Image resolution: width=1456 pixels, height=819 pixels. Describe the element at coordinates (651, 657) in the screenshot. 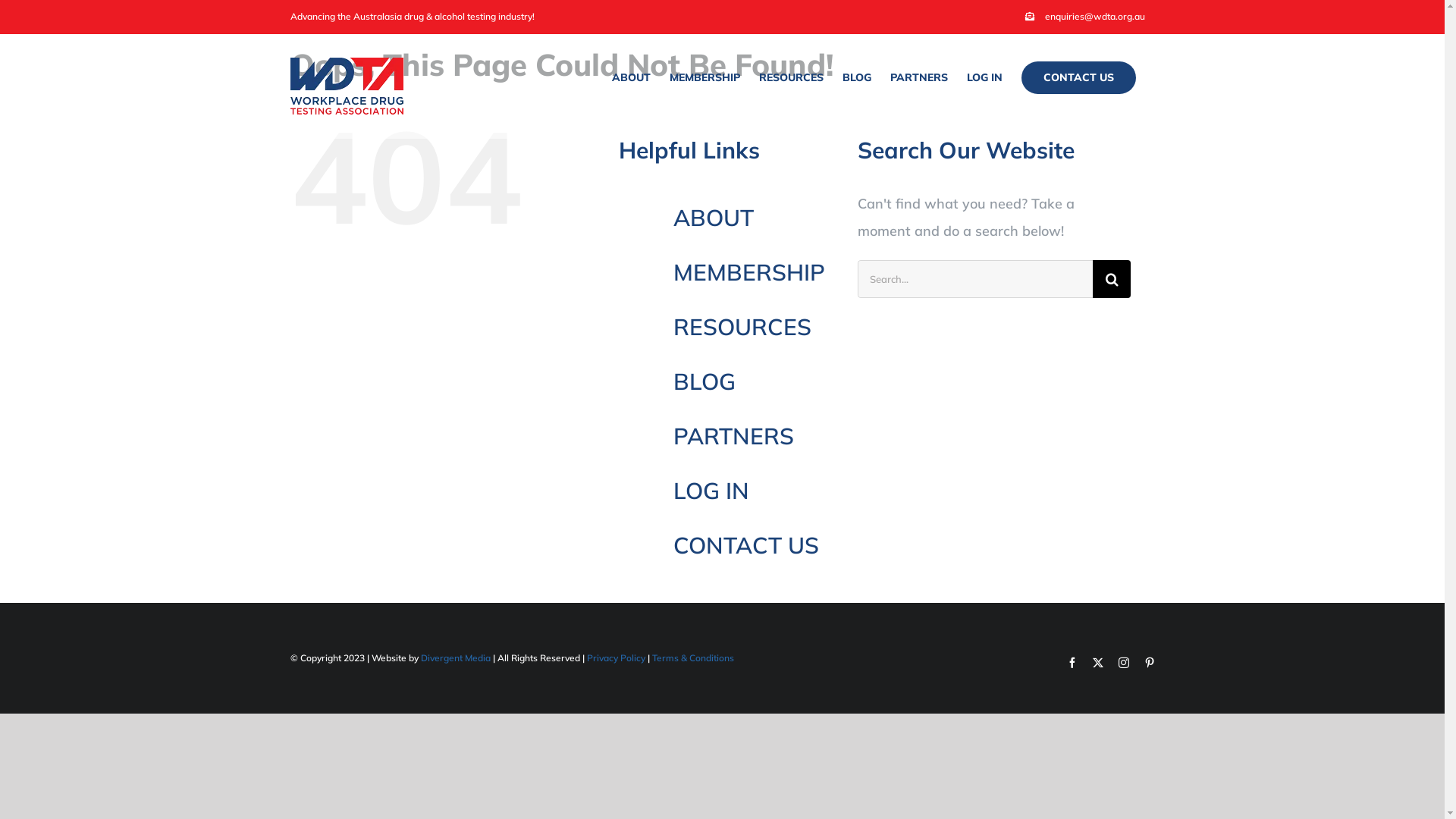

I see `'Terms & Conditions'` at that location.